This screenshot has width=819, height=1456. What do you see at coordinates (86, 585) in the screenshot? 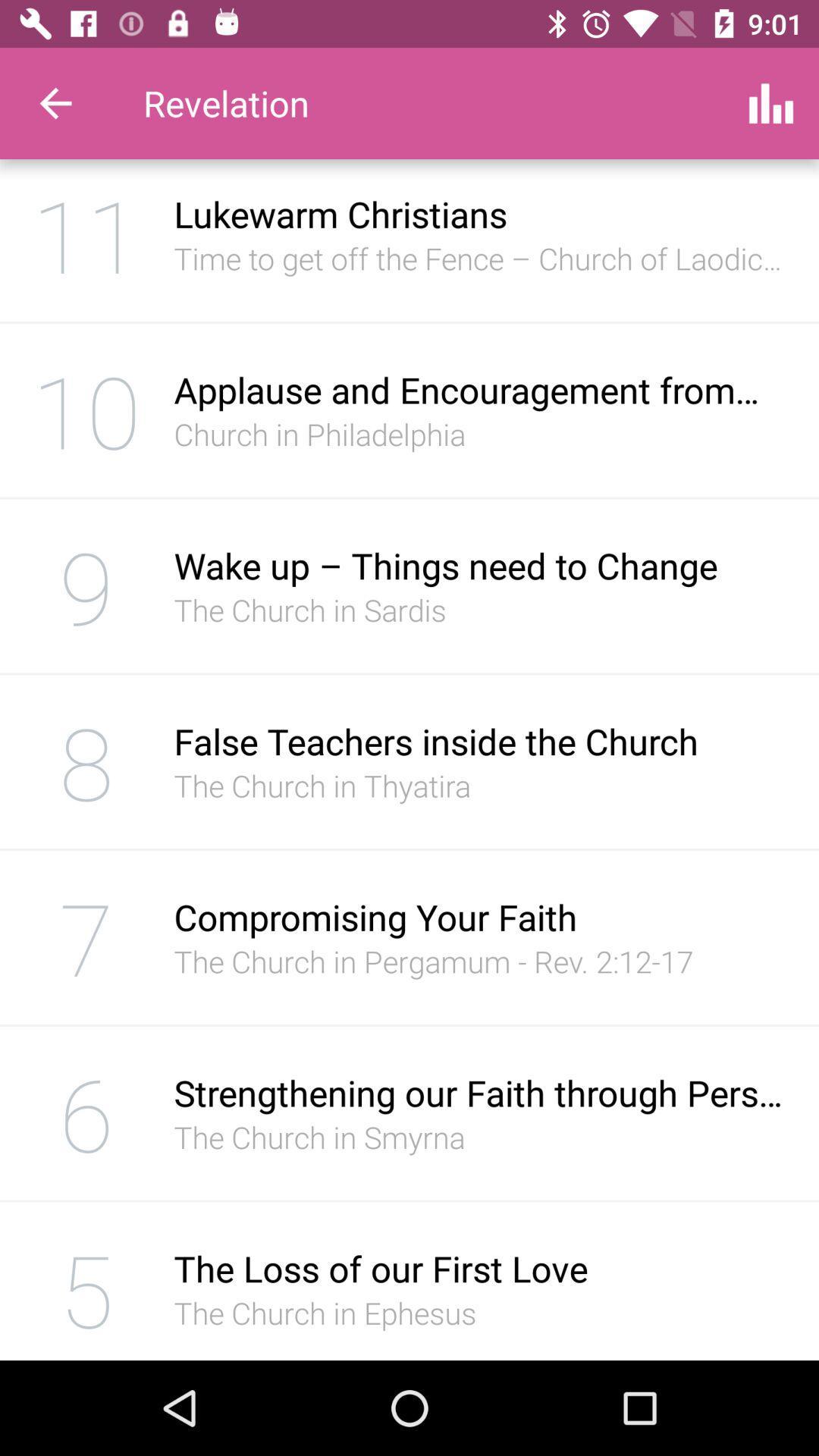
I see `the 9` at bounding box center [86, 585].